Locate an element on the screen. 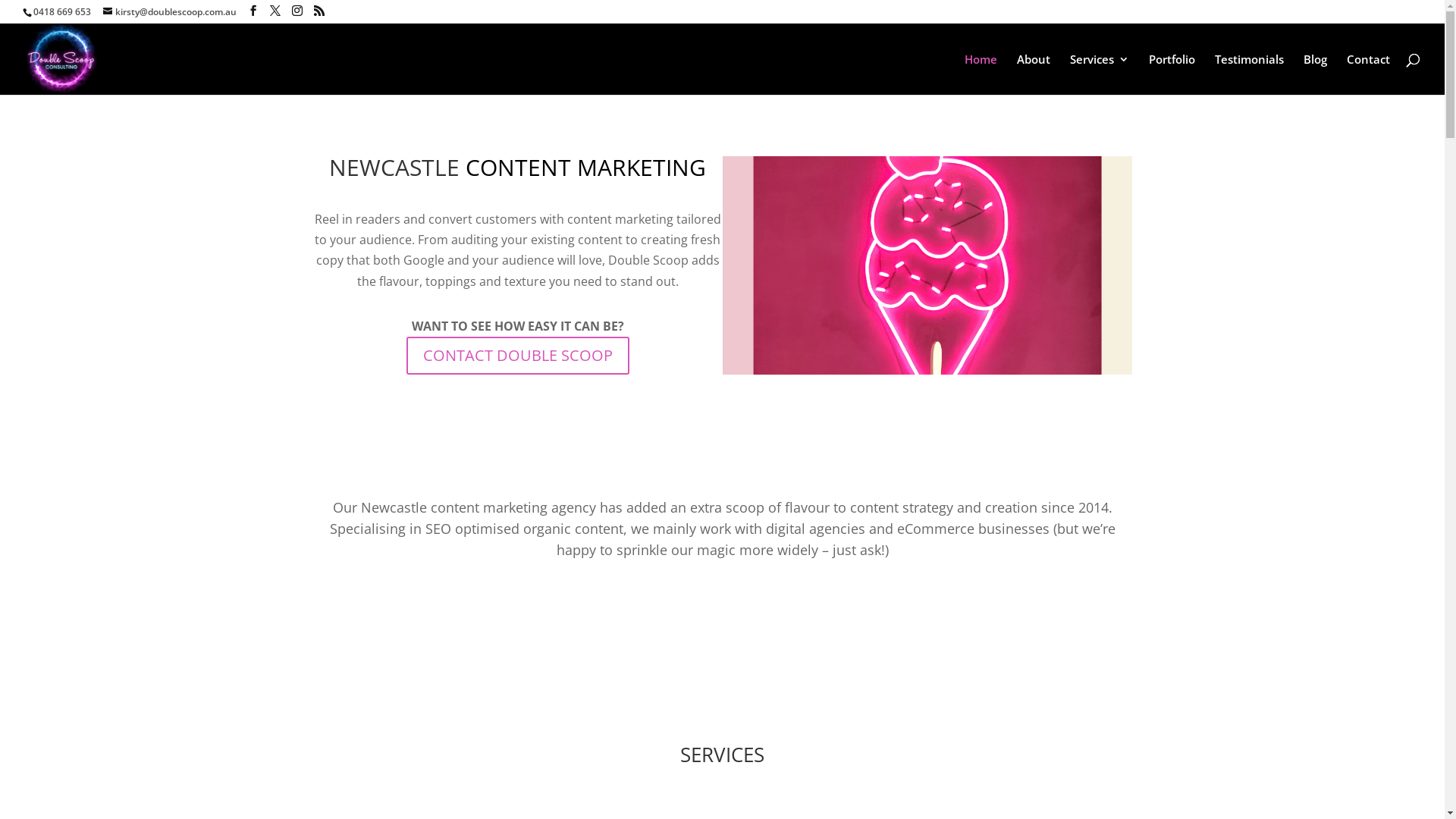 Image resolution: width=1456 pixels, height=819 pixels. 'Services' is located at coordinates (1099, 74).